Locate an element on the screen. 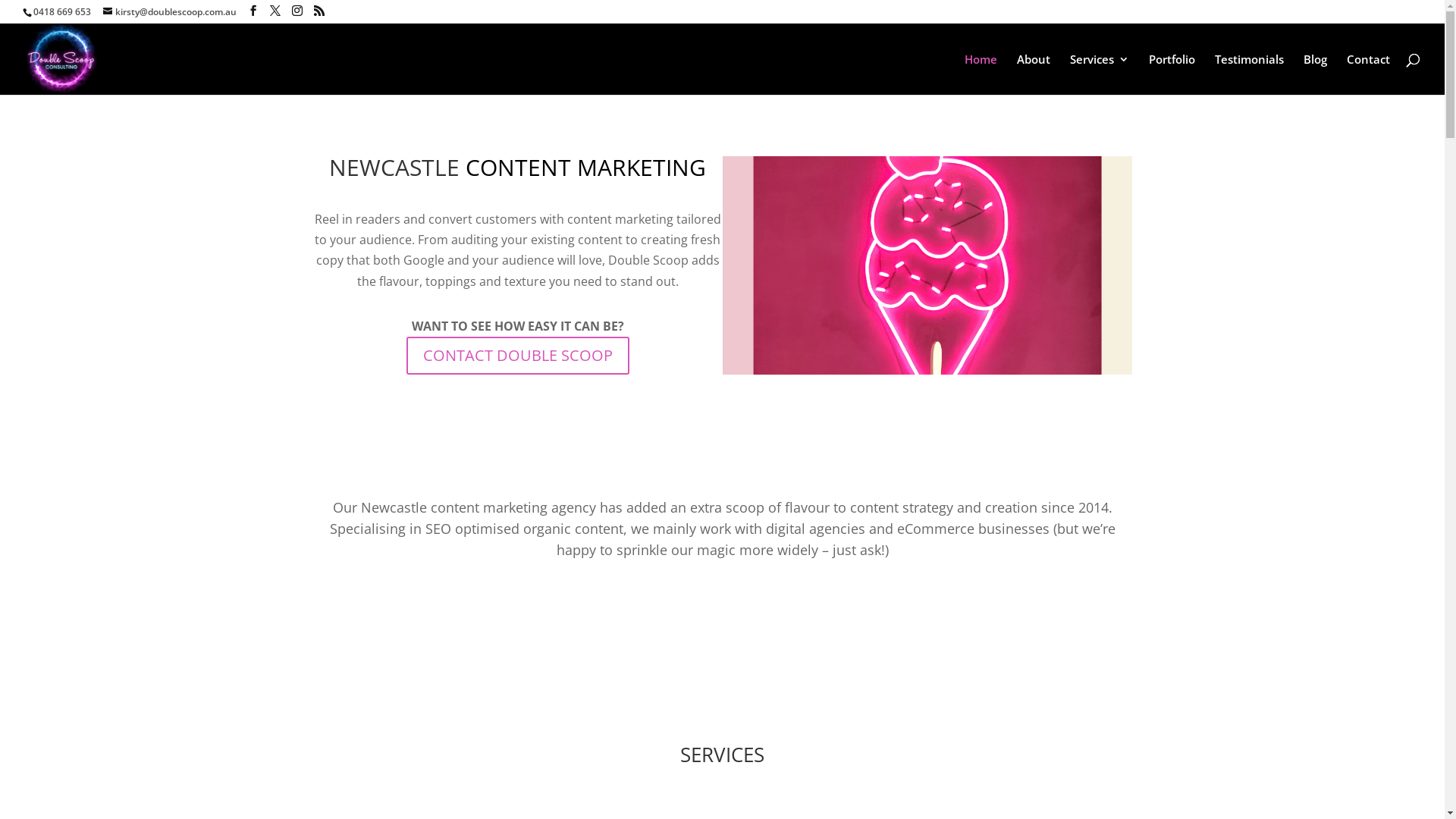 Image resolution: width=1456 pixels, height=819 pixels. 'Services' is located at coordinates (1099, 74).